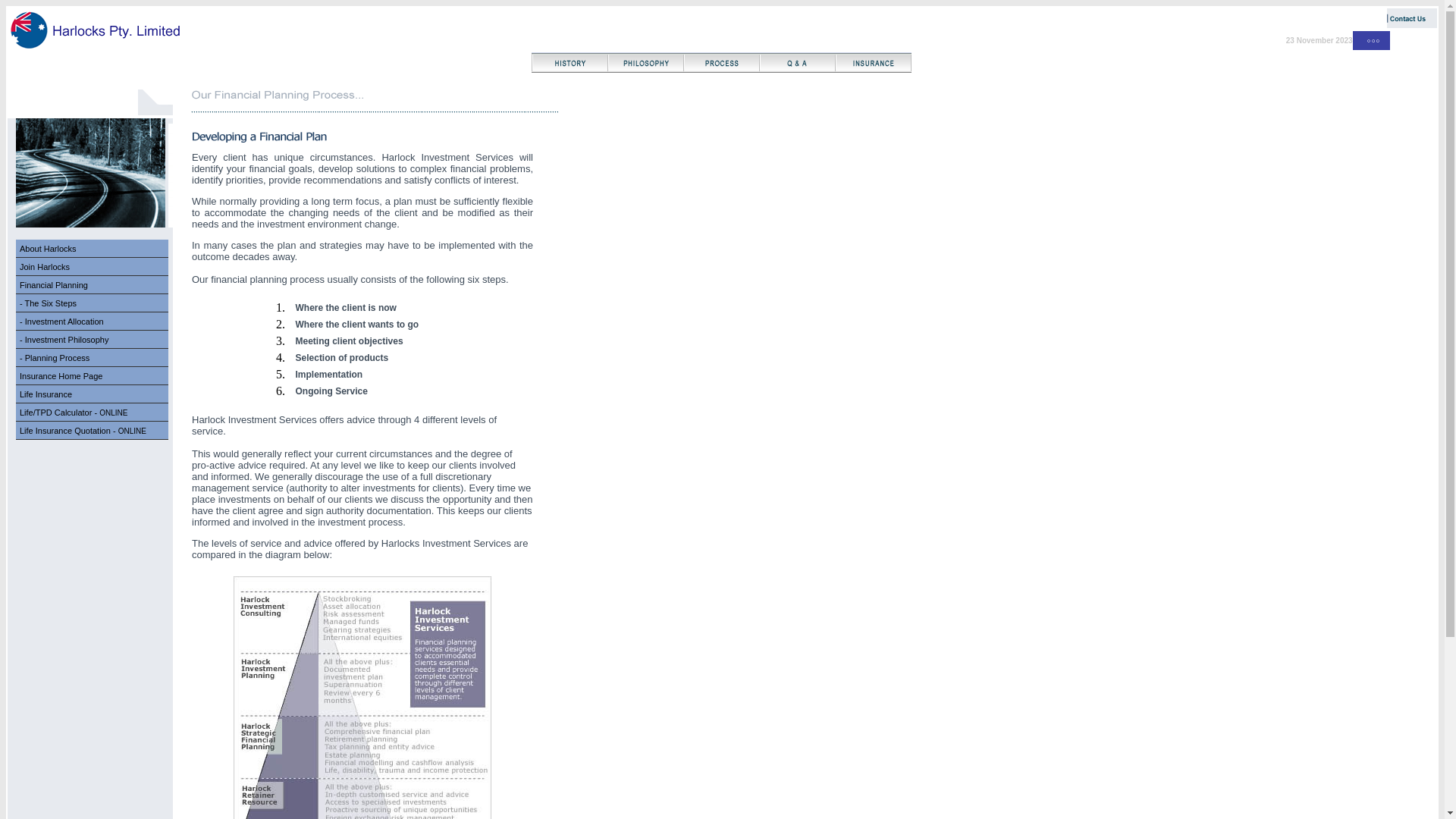 The image size is (1456, 819). Describe the element at coordinates (348, 341) in the screenshot. I see `'Meeting client objectives'` at that location.